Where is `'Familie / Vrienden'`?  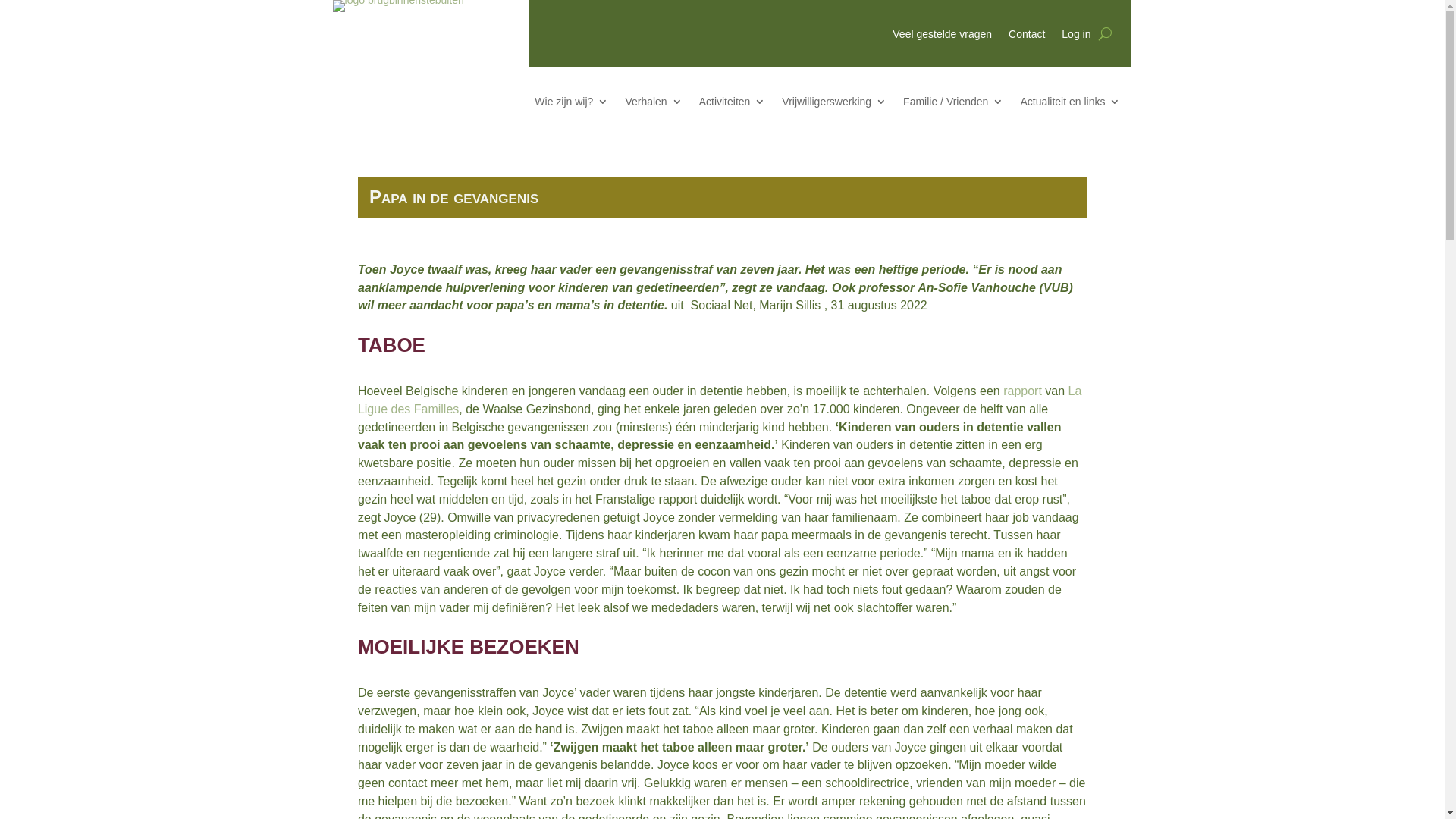
'Familie / Vrienden' is located at coordinates (902, 104).